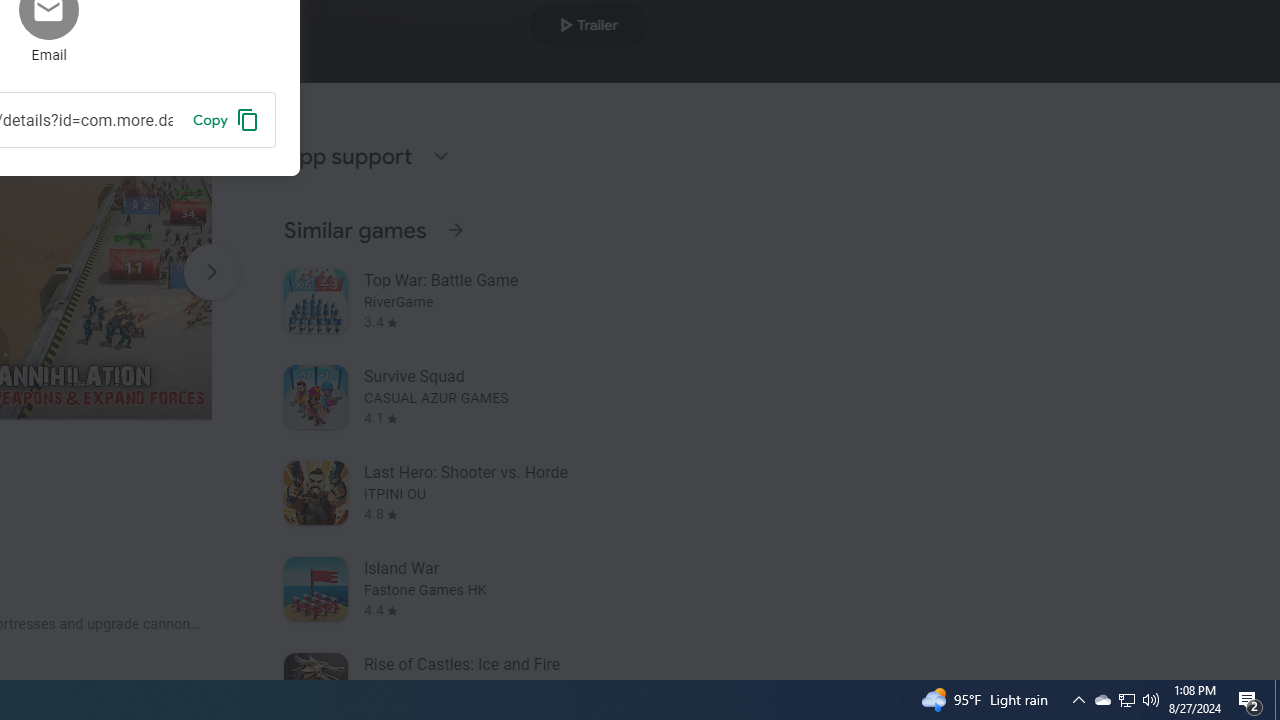 The height and width of the screenshot is (720, 1280). Describe the element at coordinates (225, 119) in the screenshot. I see `'Copy link to clipboard'` at that location.